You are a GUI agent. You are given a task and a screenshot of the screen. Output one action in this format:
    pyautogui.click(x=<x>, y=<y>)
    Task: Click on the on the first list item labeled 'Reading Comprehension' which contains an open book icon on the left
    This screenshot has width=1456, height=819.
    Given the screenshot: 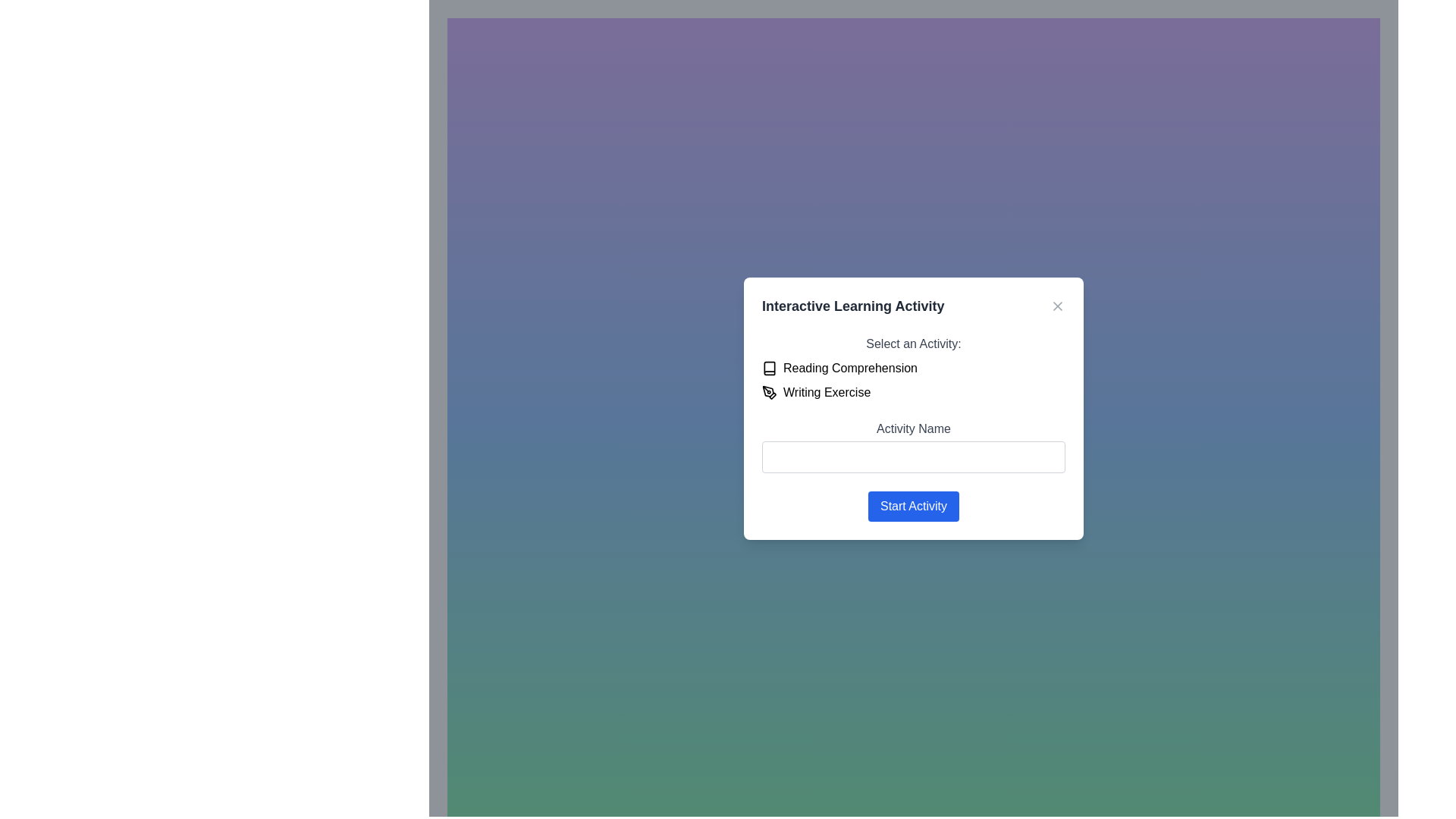 What is the action you would take?
    pyautogui.click(x=912, y=368)
    